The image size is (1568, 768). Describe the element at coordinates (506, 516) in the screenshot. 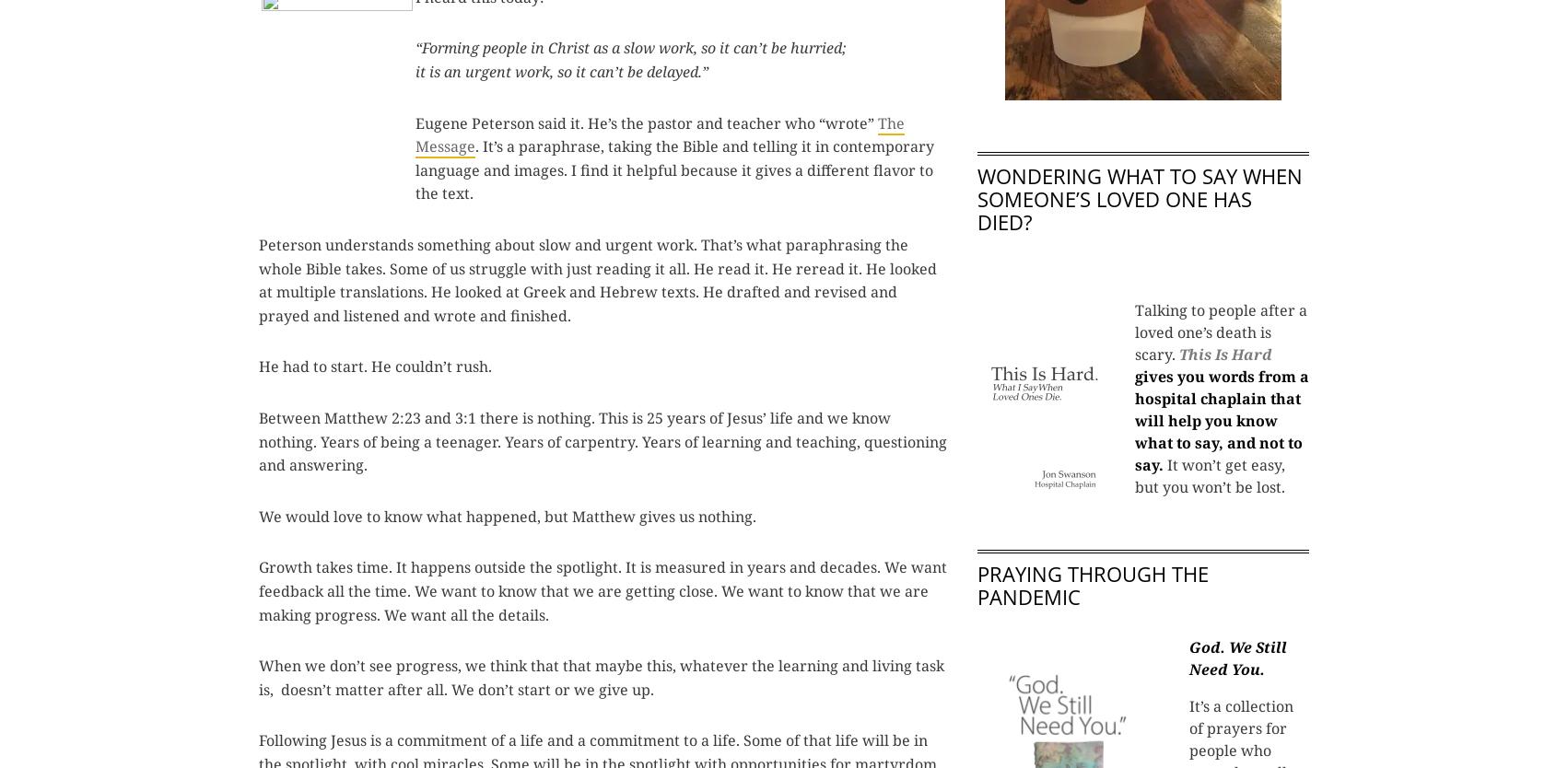

I see `'We would love to know what happened, but Matthew gives us nothing.'` at that location.